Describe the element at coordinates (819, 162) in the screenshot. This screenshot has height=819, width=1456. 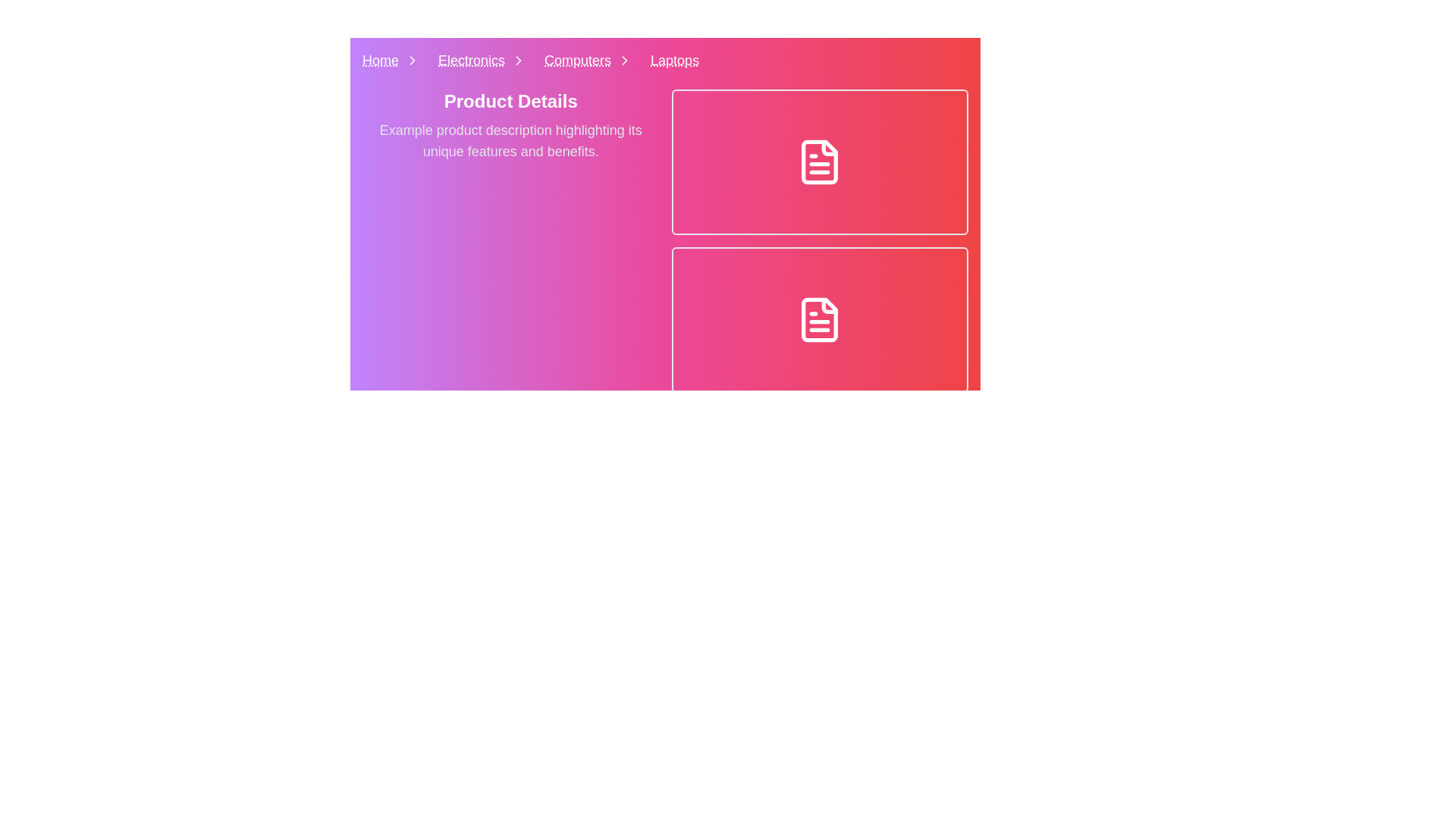
I see `the document icon located in the upper rectangle of the center-right section of the interface, which has a white stroke appearance over a gradient background` at that location.